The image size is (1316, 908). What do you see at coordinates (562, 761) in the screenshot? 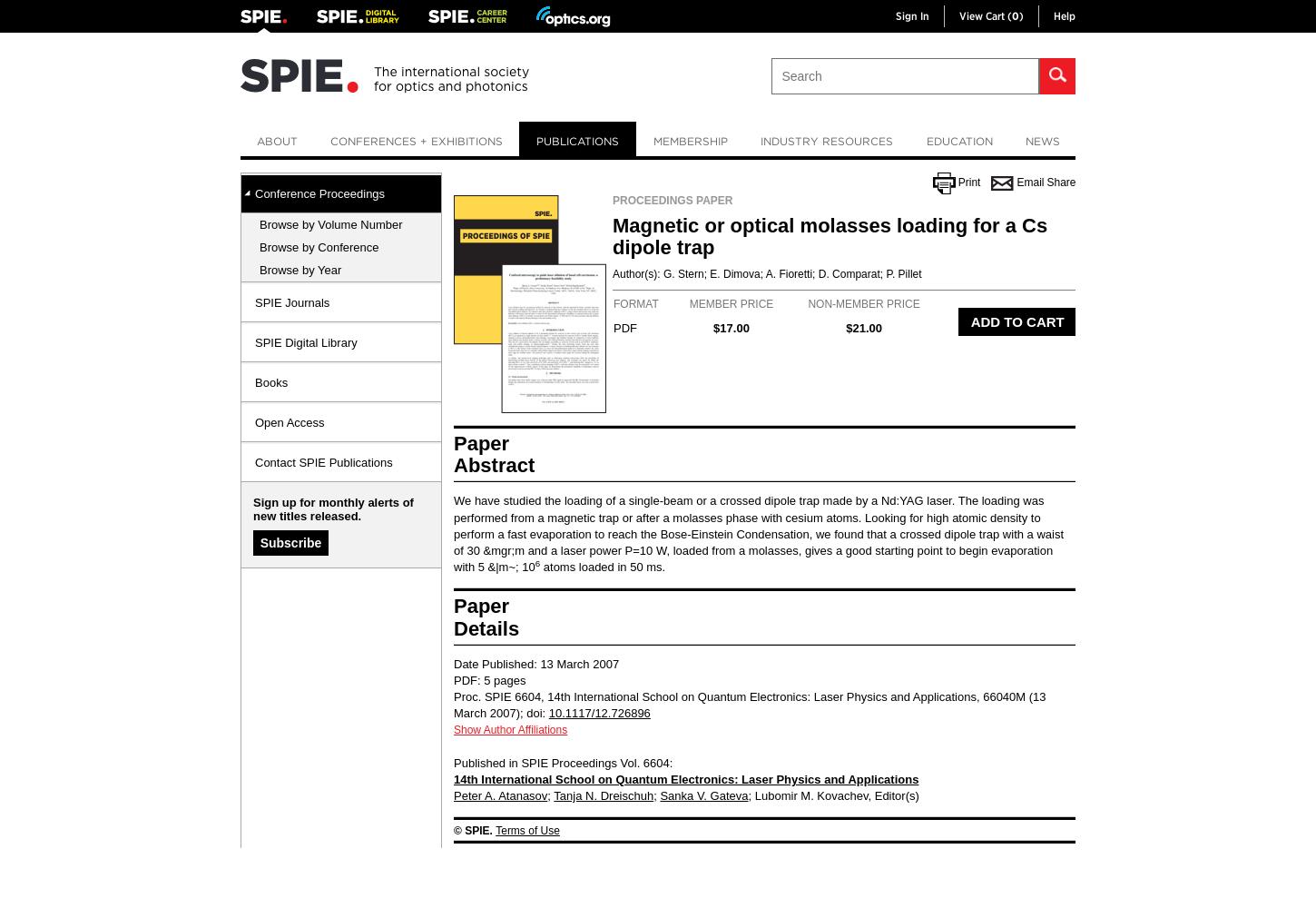
I see `'Published in SPIE Proceedings Vol. 6604:'` at bounding box center [562, 761].